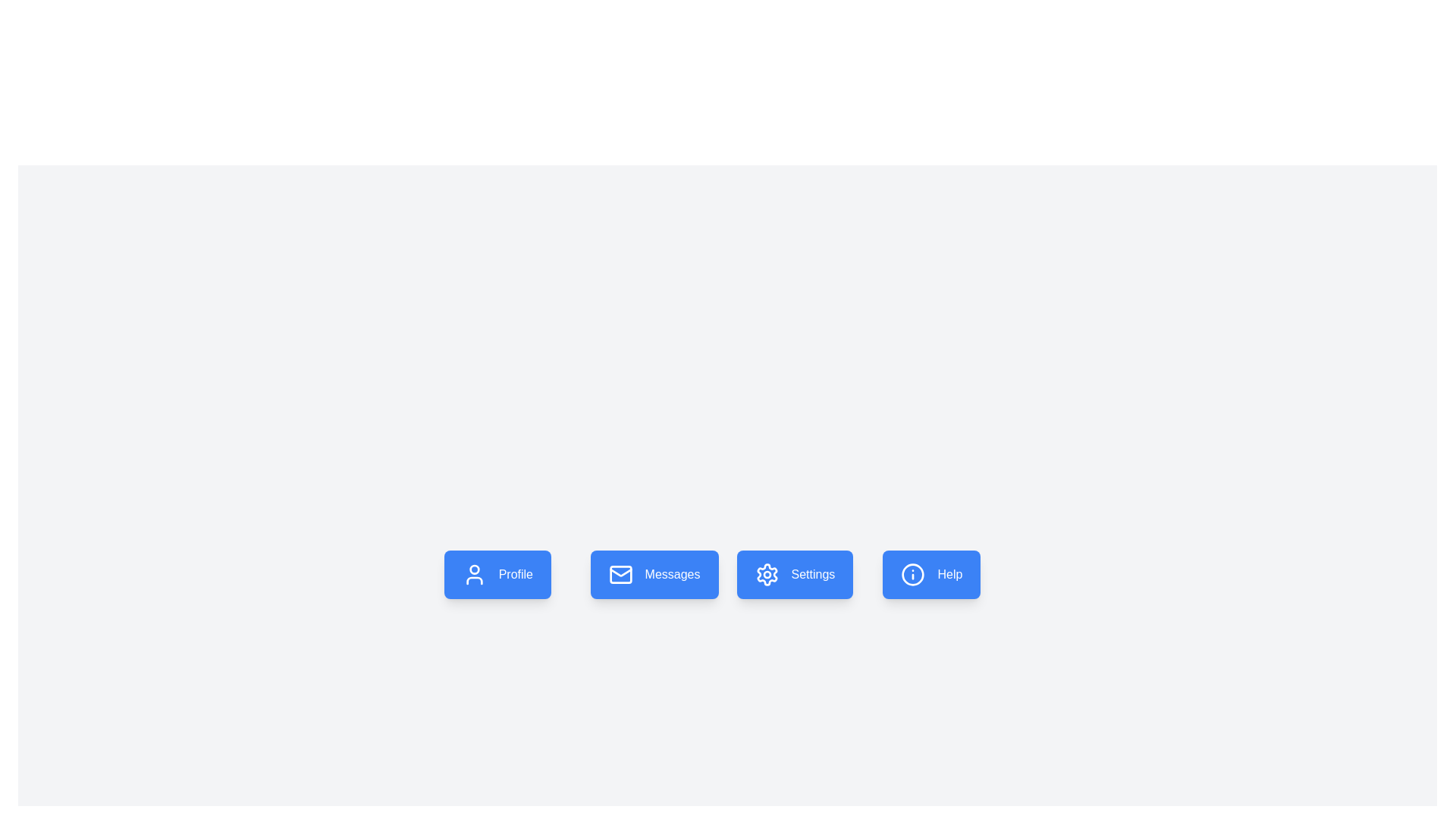 The width and height of the screenshot is (1456, 819). I want to click on the circular informational icon that is the leftmost component of the 'Help' button, which is the fourth button in a horizontal row of uniformly styled buttons, so click(912, 575).